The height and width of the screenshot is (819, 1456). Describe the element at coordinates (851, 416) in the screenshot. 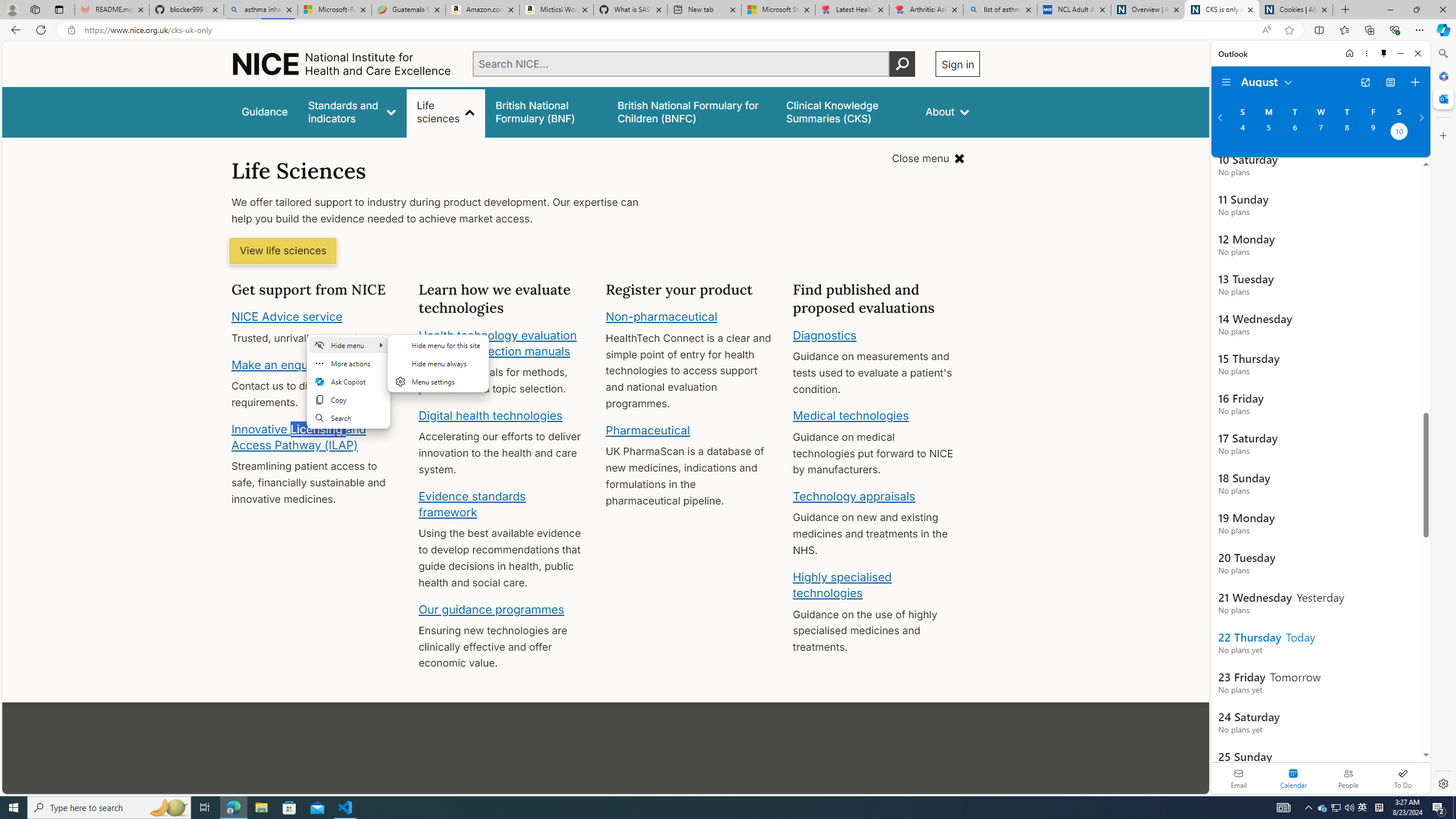

I see `'Medical technologies'` at that location.